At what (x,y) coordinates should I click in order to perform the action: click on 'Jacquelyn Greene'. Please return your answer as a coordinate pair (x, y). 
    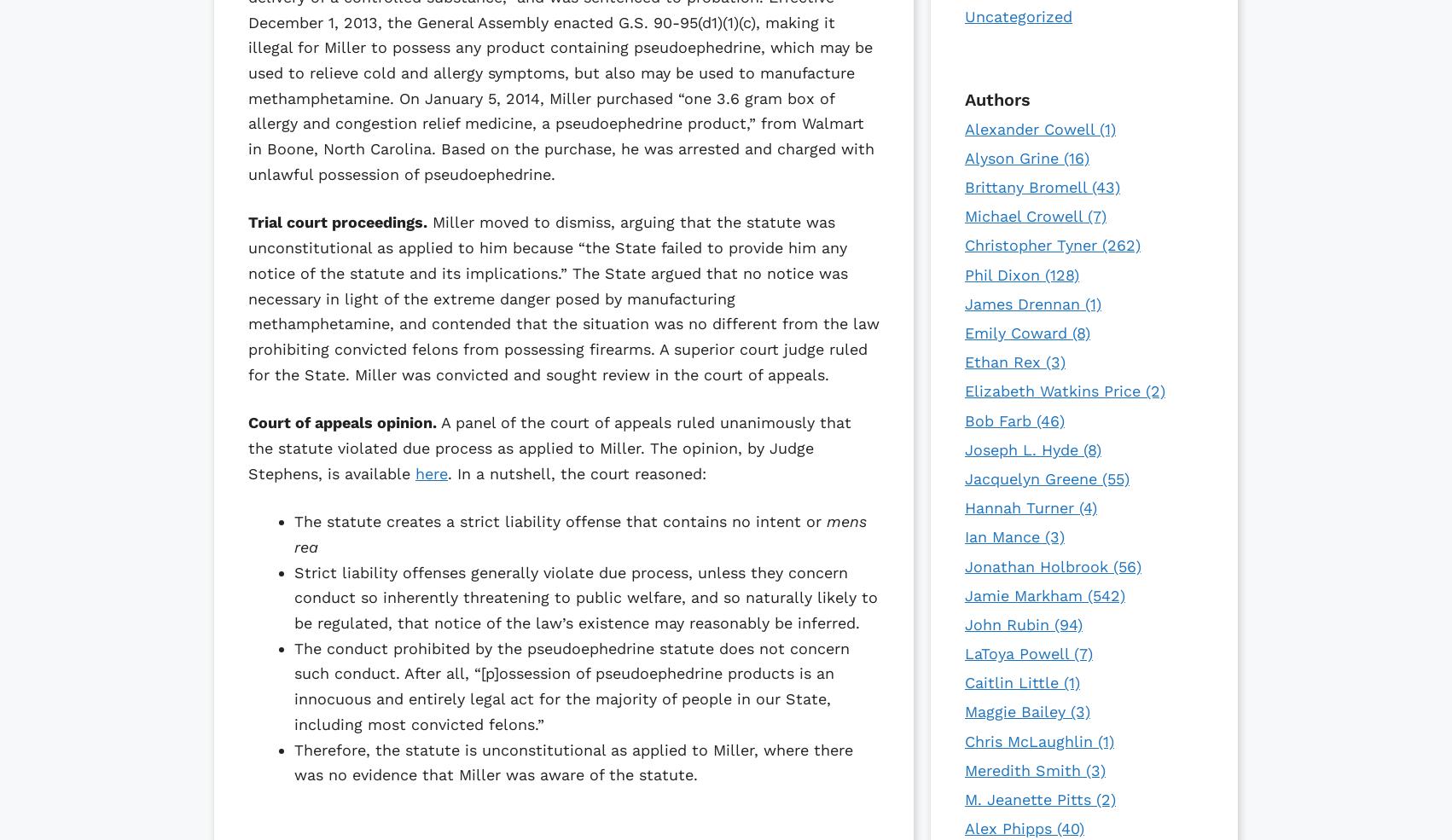
    Looking at the image, I should click on (963, 478).